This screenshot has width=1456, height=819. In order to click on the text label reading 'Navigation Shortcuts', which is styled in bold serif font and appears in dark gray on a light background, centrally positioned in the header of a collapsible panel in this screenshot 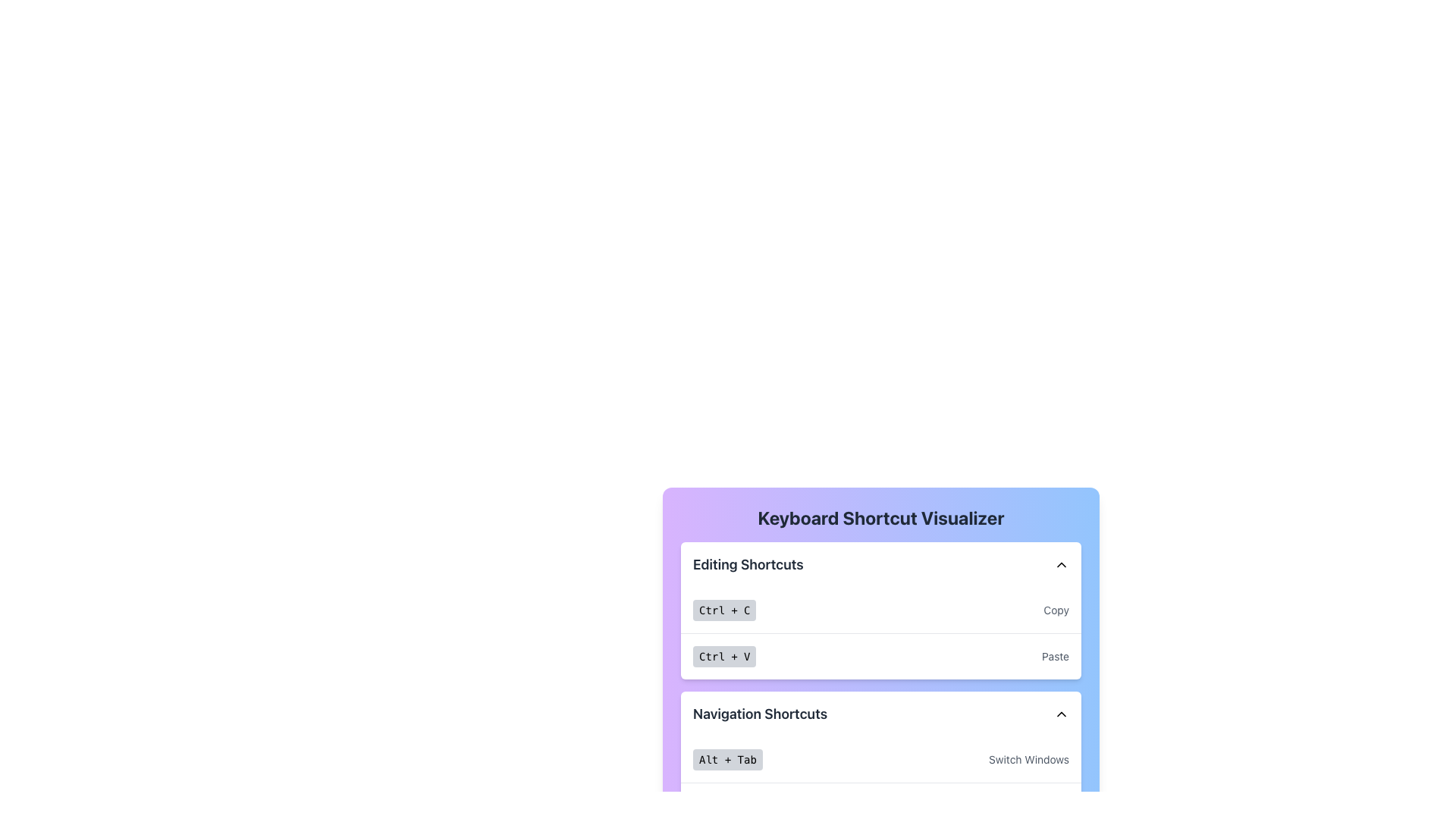, I will do `click(760, 714)`.